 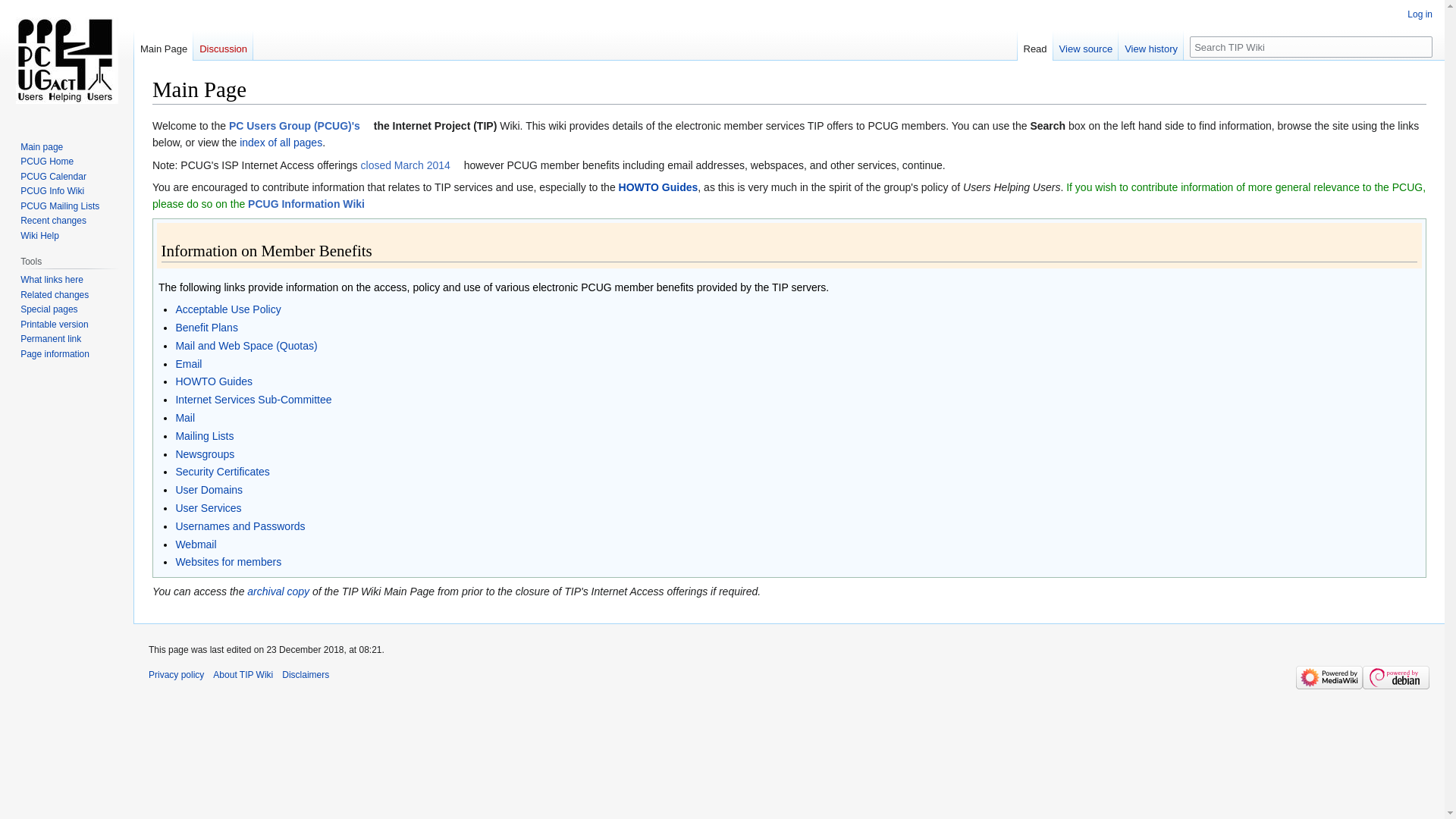 What do you see at coordinates (227, 561) in the screenshot?
I see `'Websites for members'` at bounding box center [227, 561].